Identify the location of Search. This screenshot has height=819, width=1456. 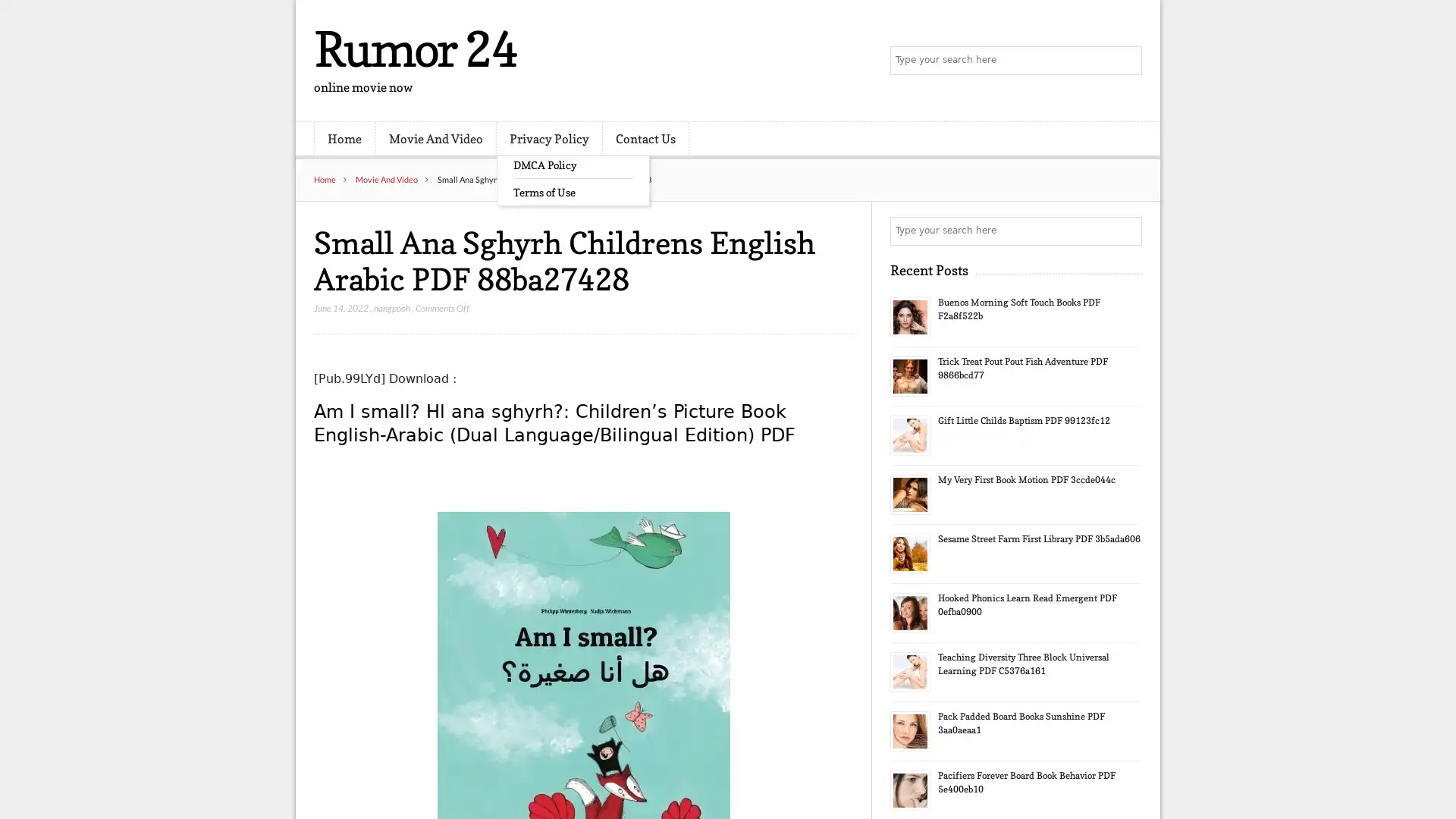
(1126, 231).